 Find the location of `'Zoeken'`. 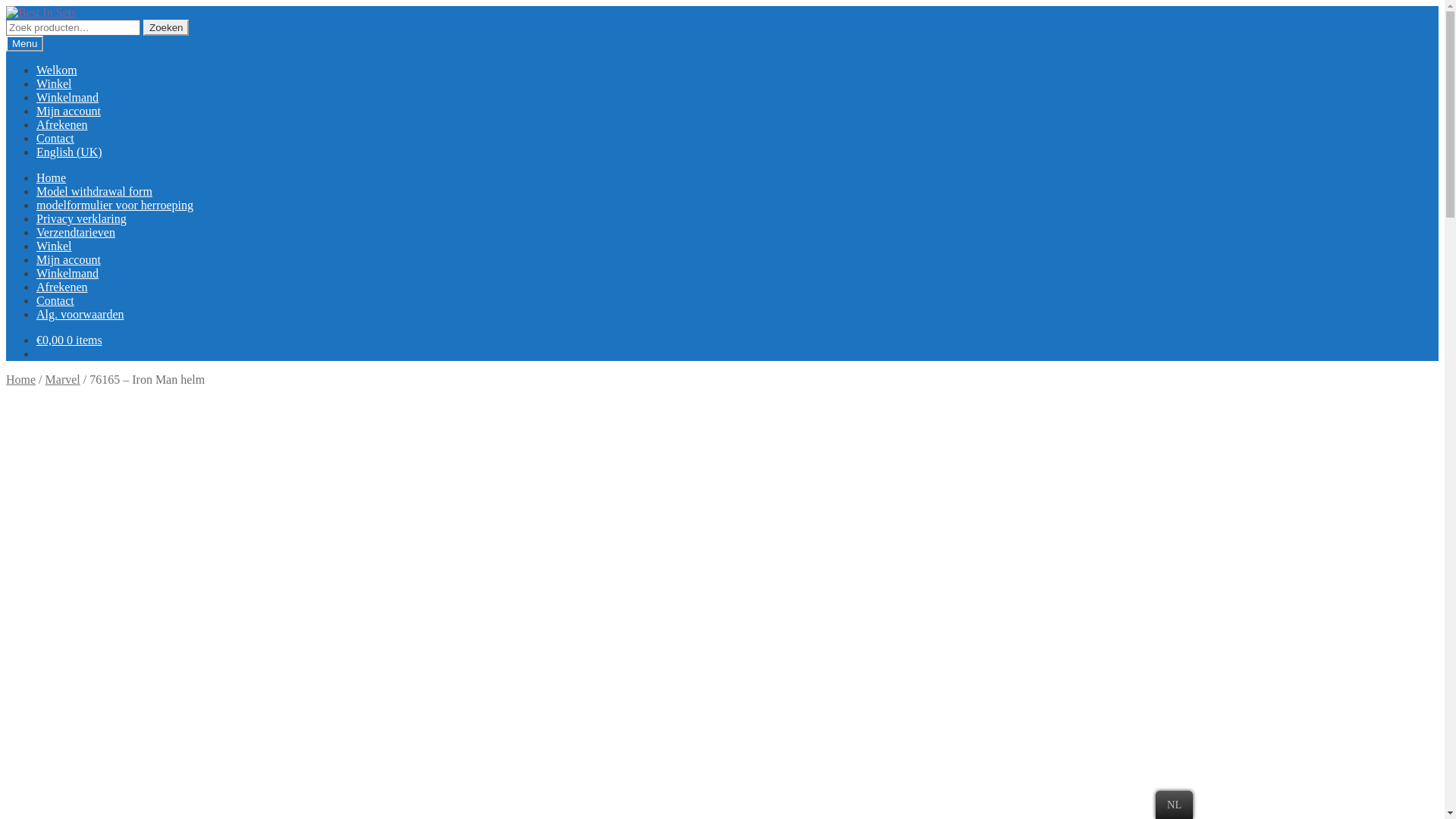

'Zoeken' is located at coordinates (166, 27).